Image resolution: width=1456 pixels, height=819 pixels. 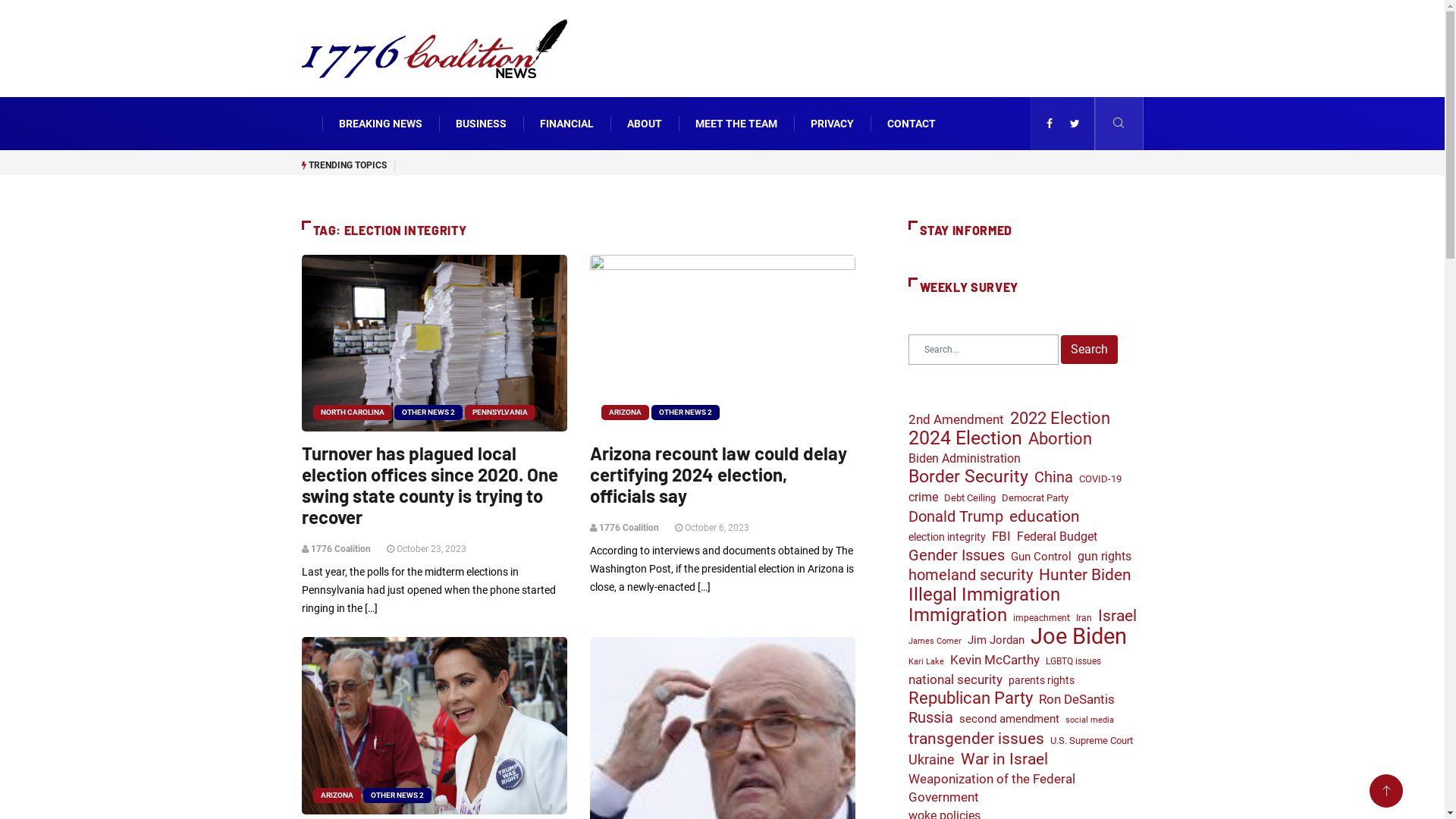 I want to click on 'transgender issues', so click(x=908, y=738).